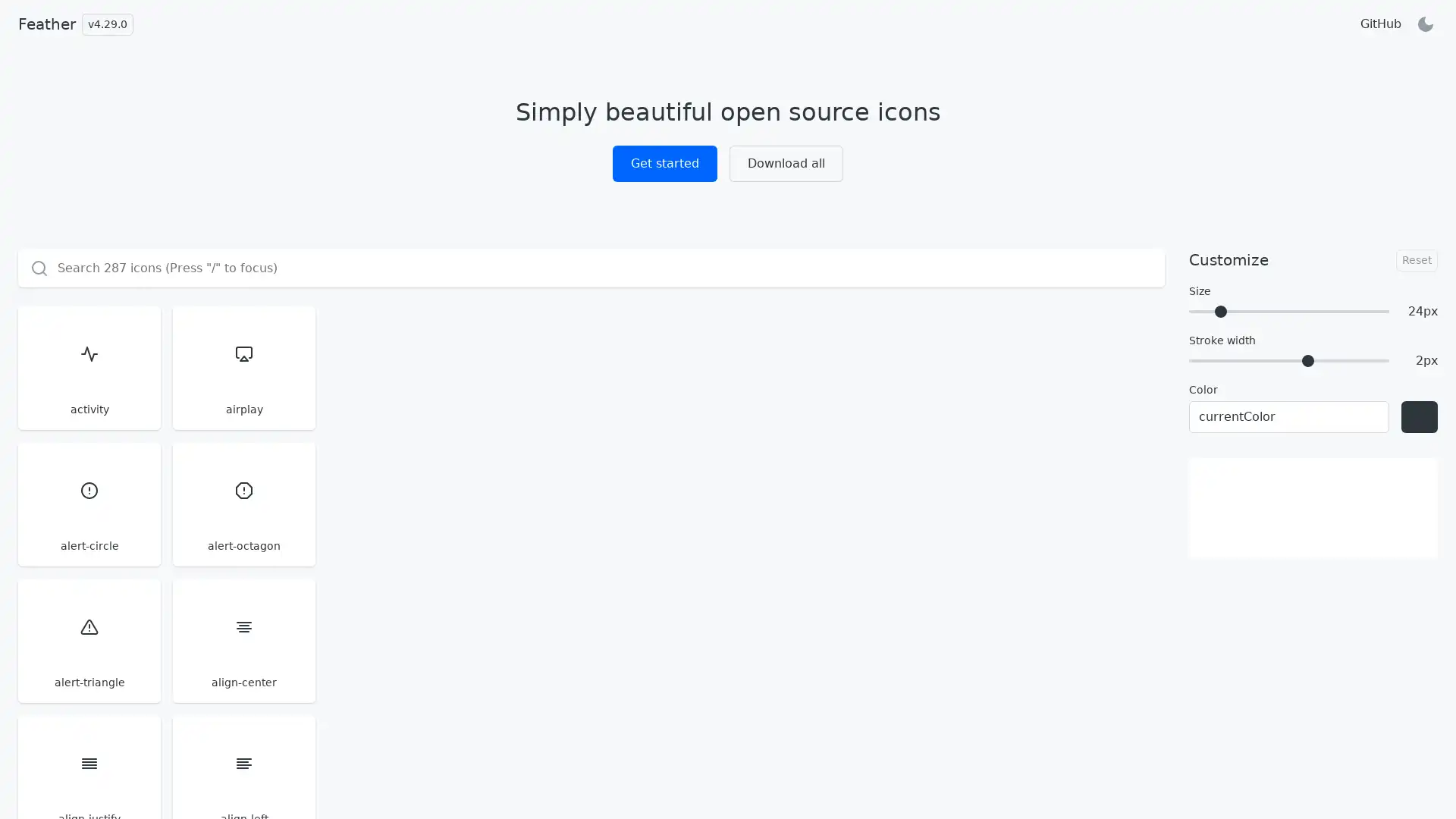 The width and height of the screenshot is (1456, 819). Describe the element at coordinates (590, 504) in the screenshot. I see `arrow-down-left` at that location.